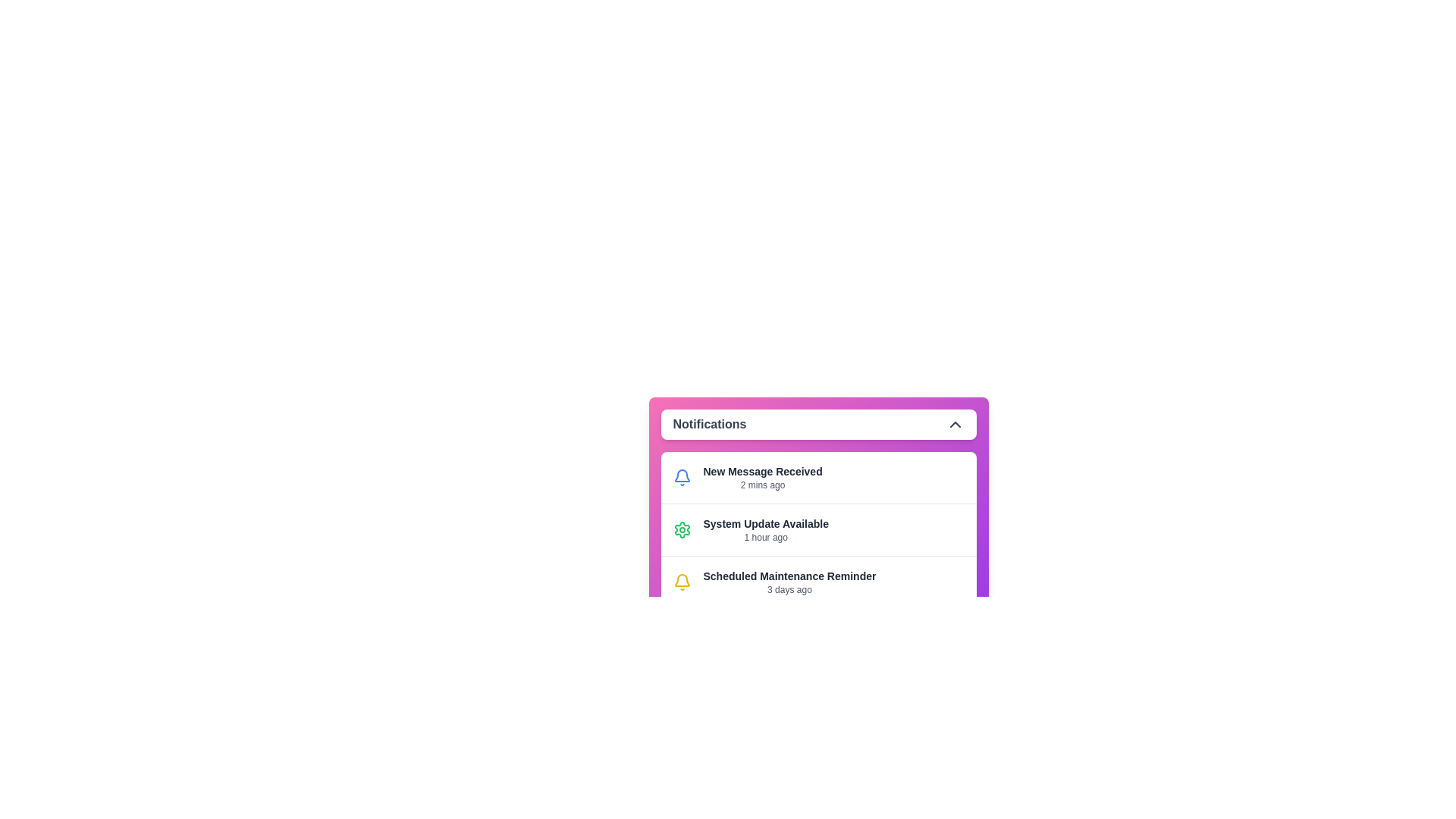 This screenshot has width=1456, height=819. Describe the element at coordinates (766, 537) in the screenshot. I see `light gray text '1 hour ago' located beneath the title 'System Update Available' within the second notification of the notification panel` at that location.